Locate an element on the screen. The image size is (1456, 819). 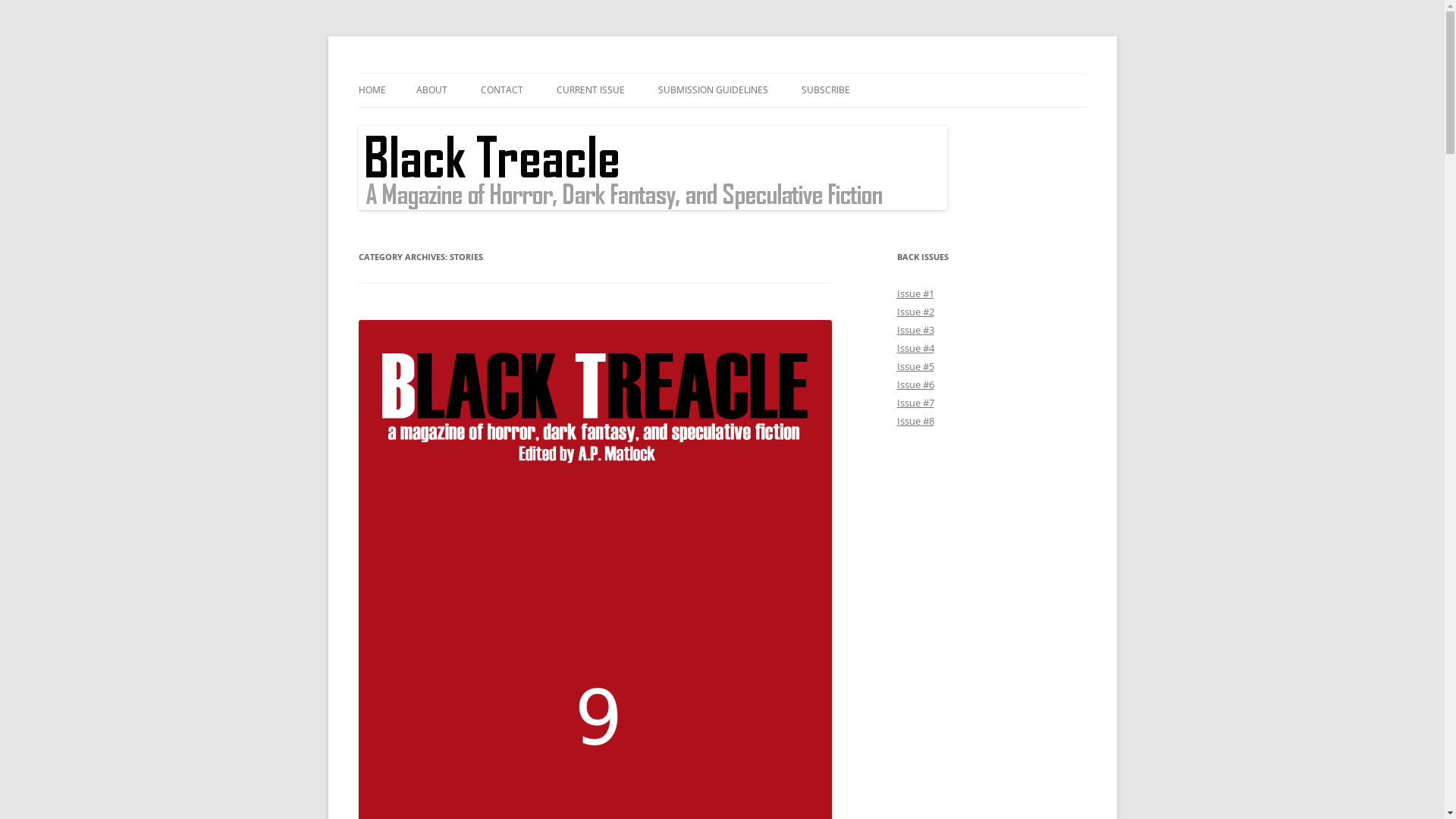
'Issue #7' is located at coordinates (914, 402).